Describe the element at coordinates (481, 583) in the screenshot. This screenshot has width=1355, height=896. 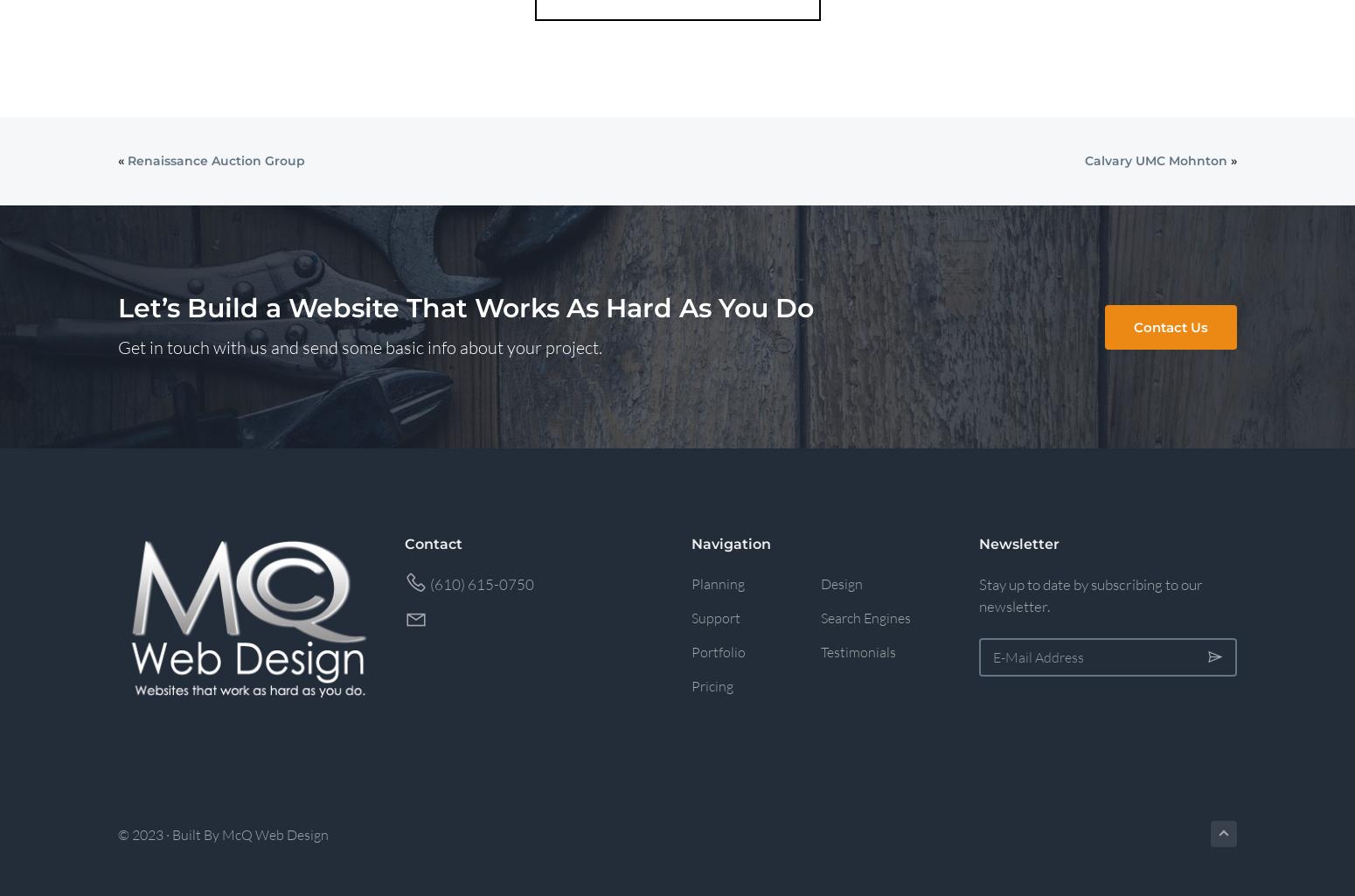
I see `'(610) 615-0750'` at that location.